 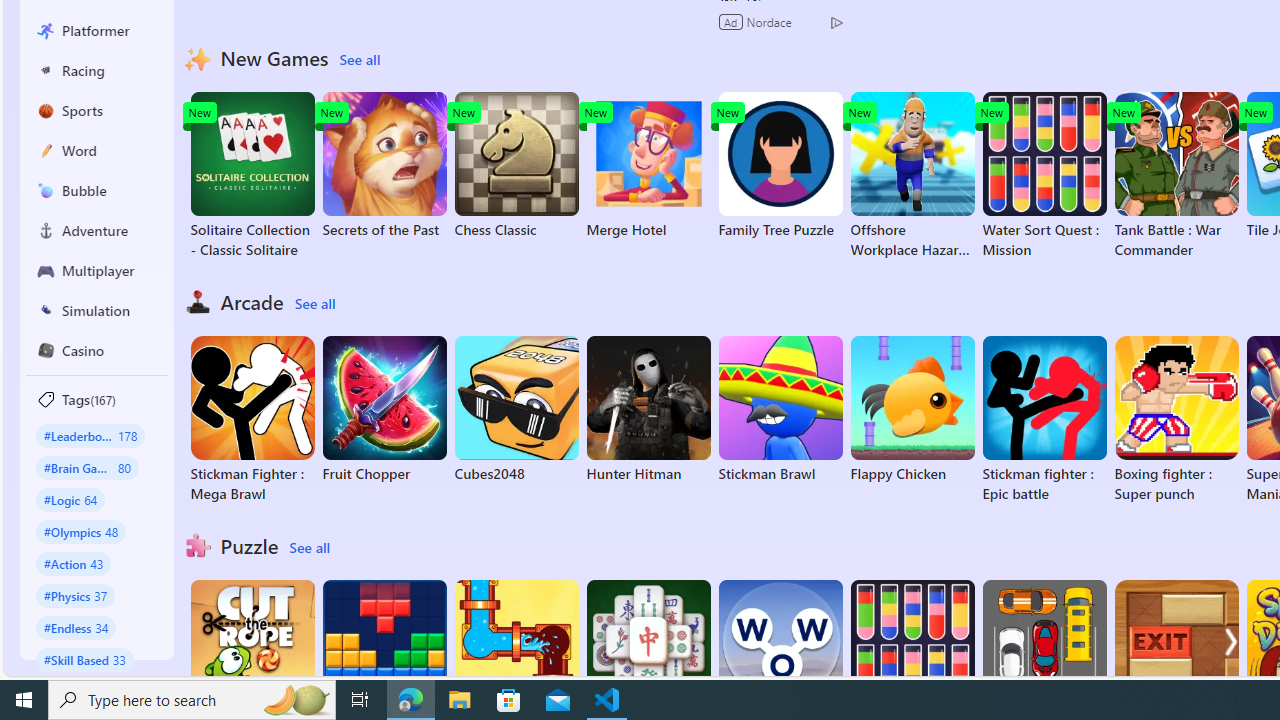 What do you see at coordinates (779, 164) in the screenshot?
I see `'Family Tree Puzzle'` at bounding box center [779, 164].